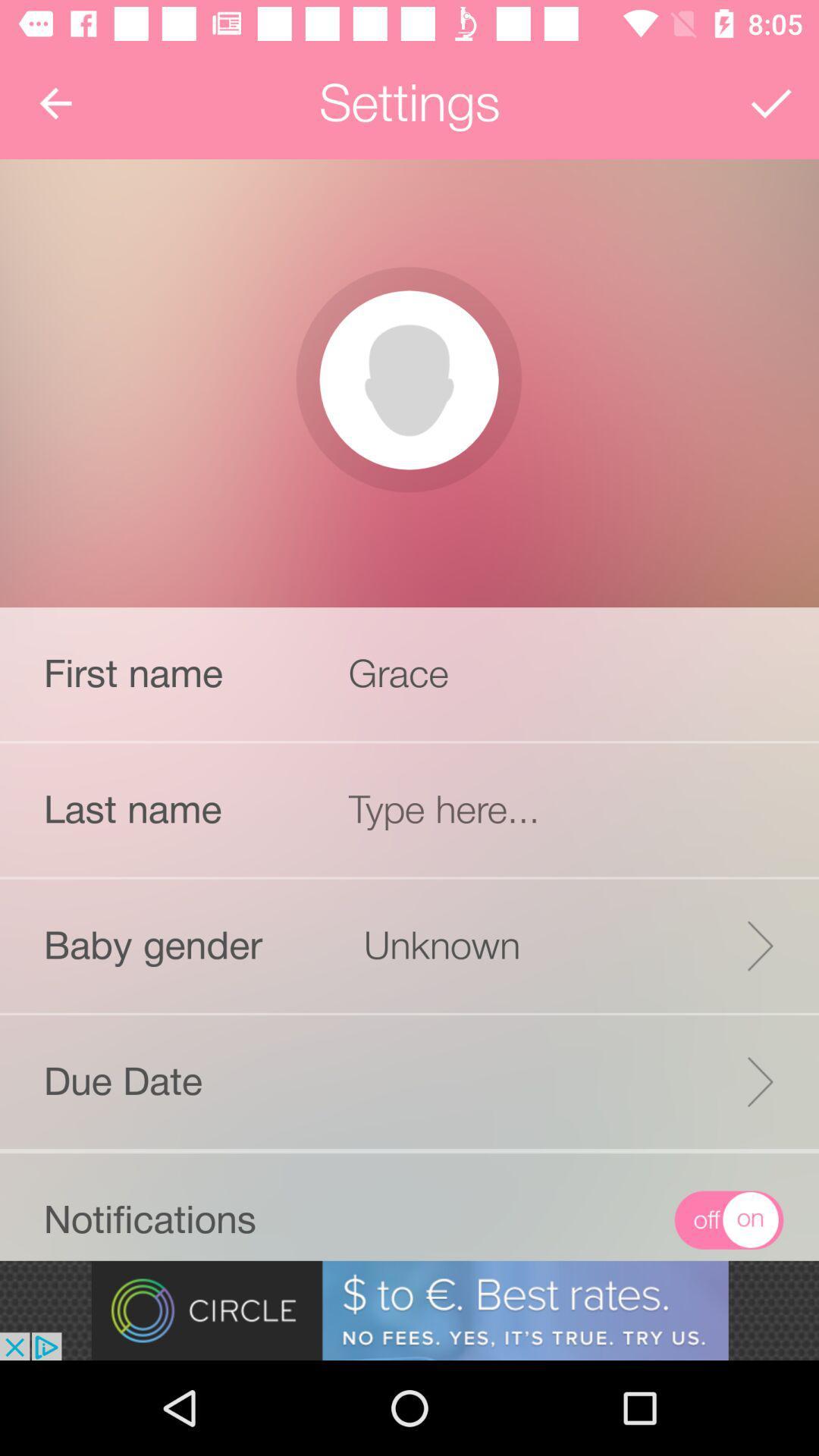 The height and width of the screenshot is (1456, 819). What do you see at coordinates (566, 808) in the screenshot?
I see `typing box` at bounding box center [566, 808].